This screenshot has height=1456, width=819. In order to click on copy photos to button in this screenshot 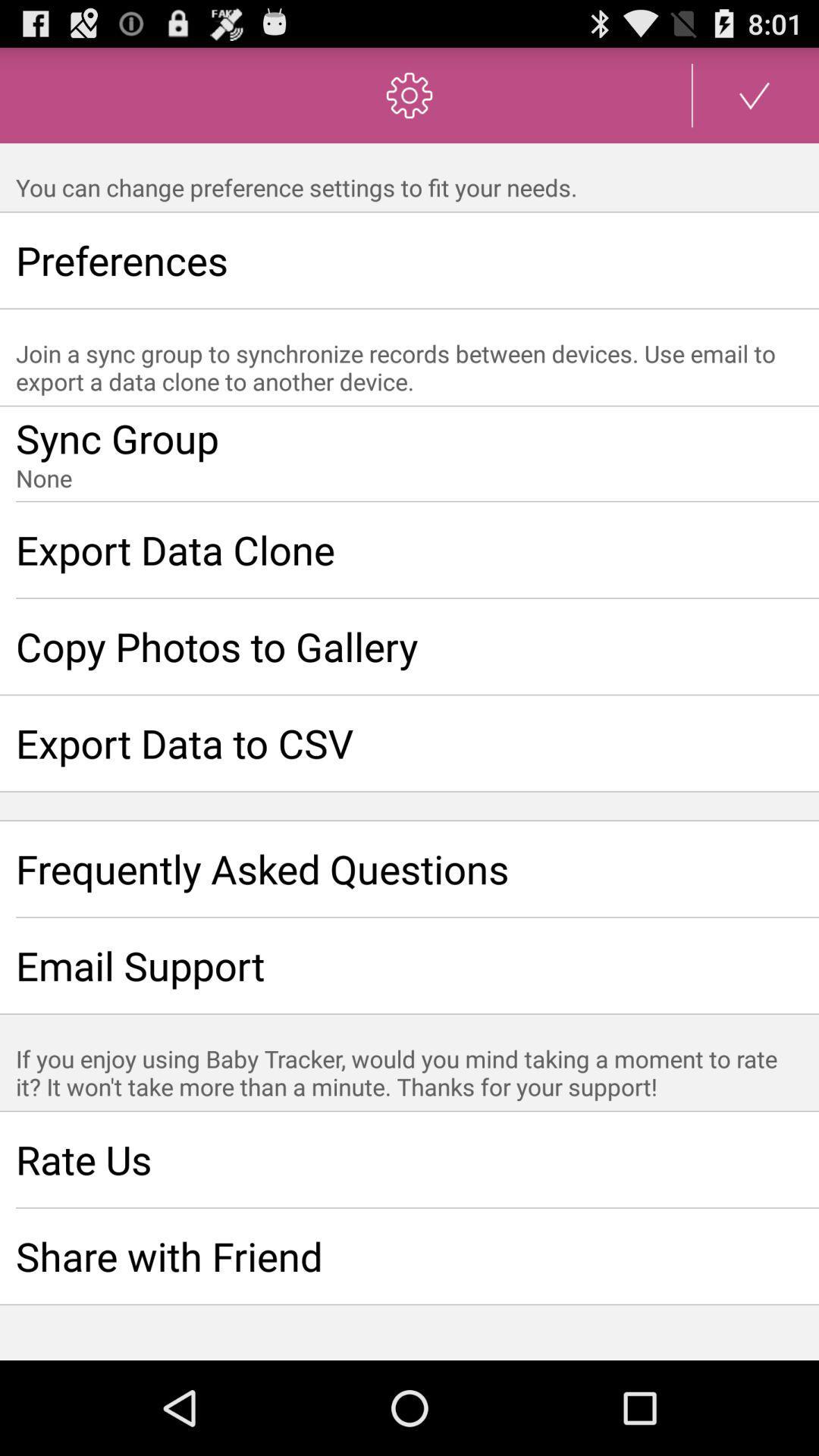, I will do `click(409, 646)`.